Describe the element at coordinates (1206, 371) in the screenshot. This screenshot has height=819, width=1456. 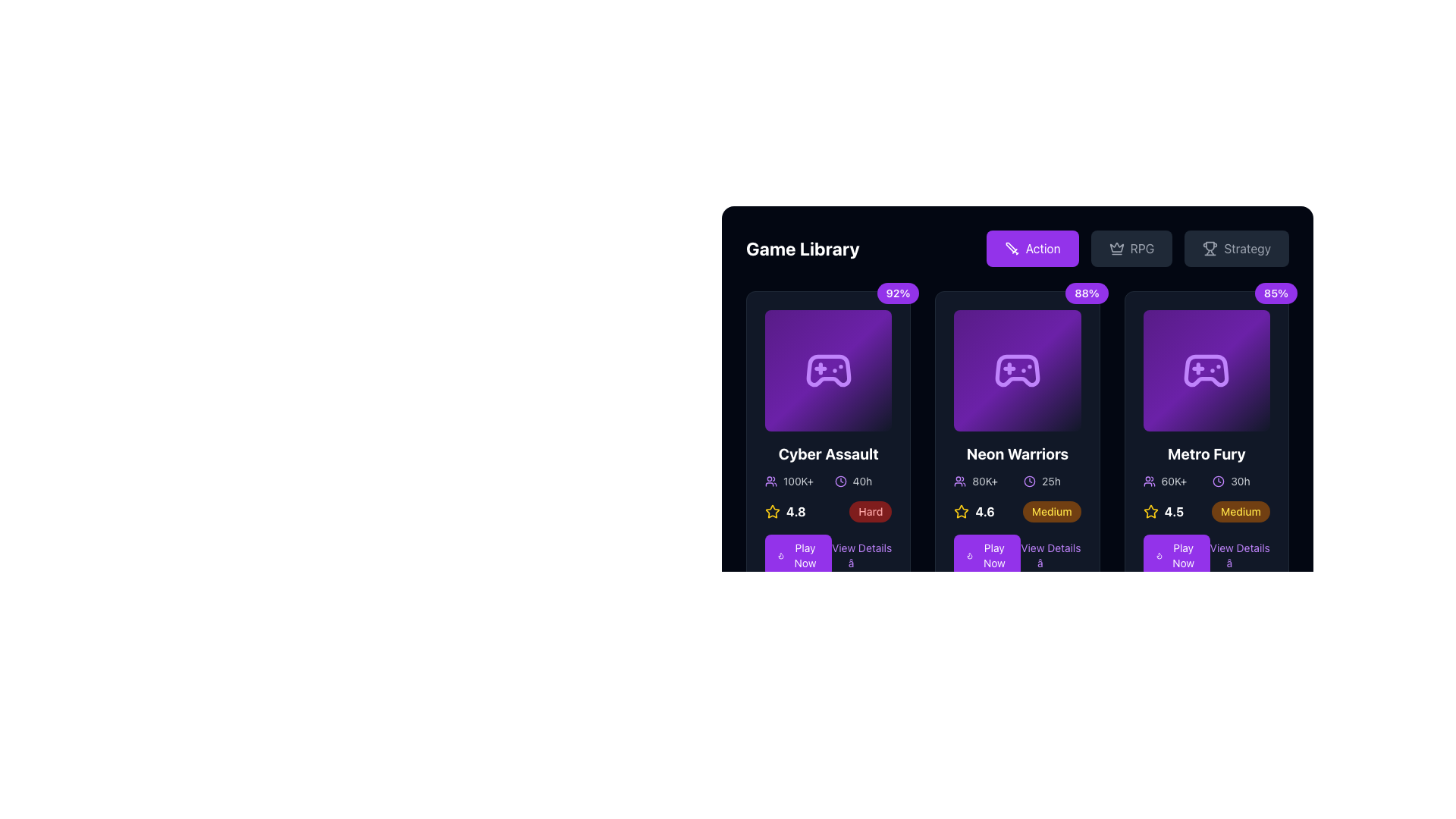
I see `the game controller icon within the 'Metro Fury' card to recognize the game theme` at that location.